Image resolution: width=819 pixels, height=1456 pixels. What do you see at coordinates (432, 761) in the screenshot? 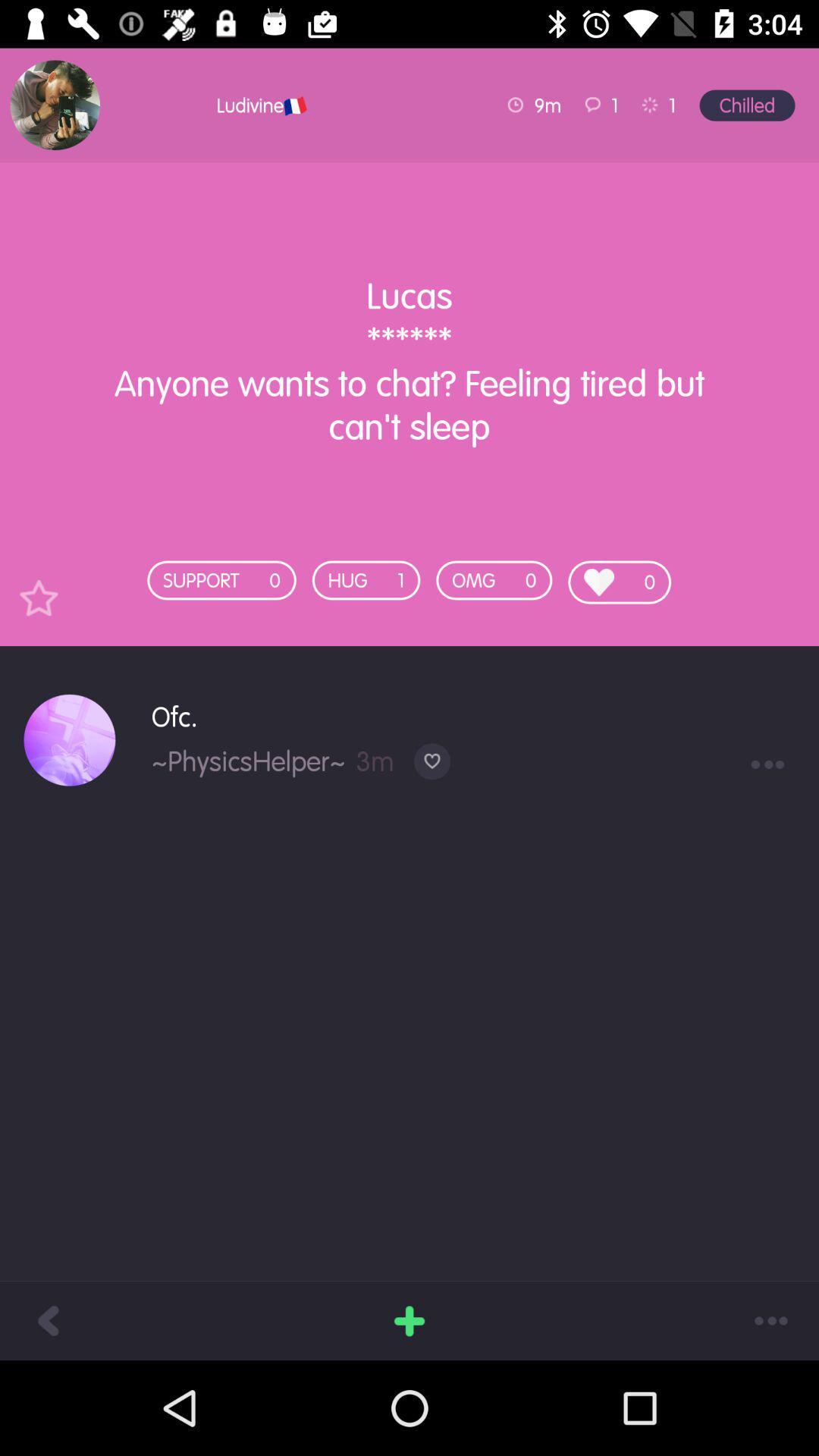
I see `the item below the ofc. item` at bounding box center [432, 761].